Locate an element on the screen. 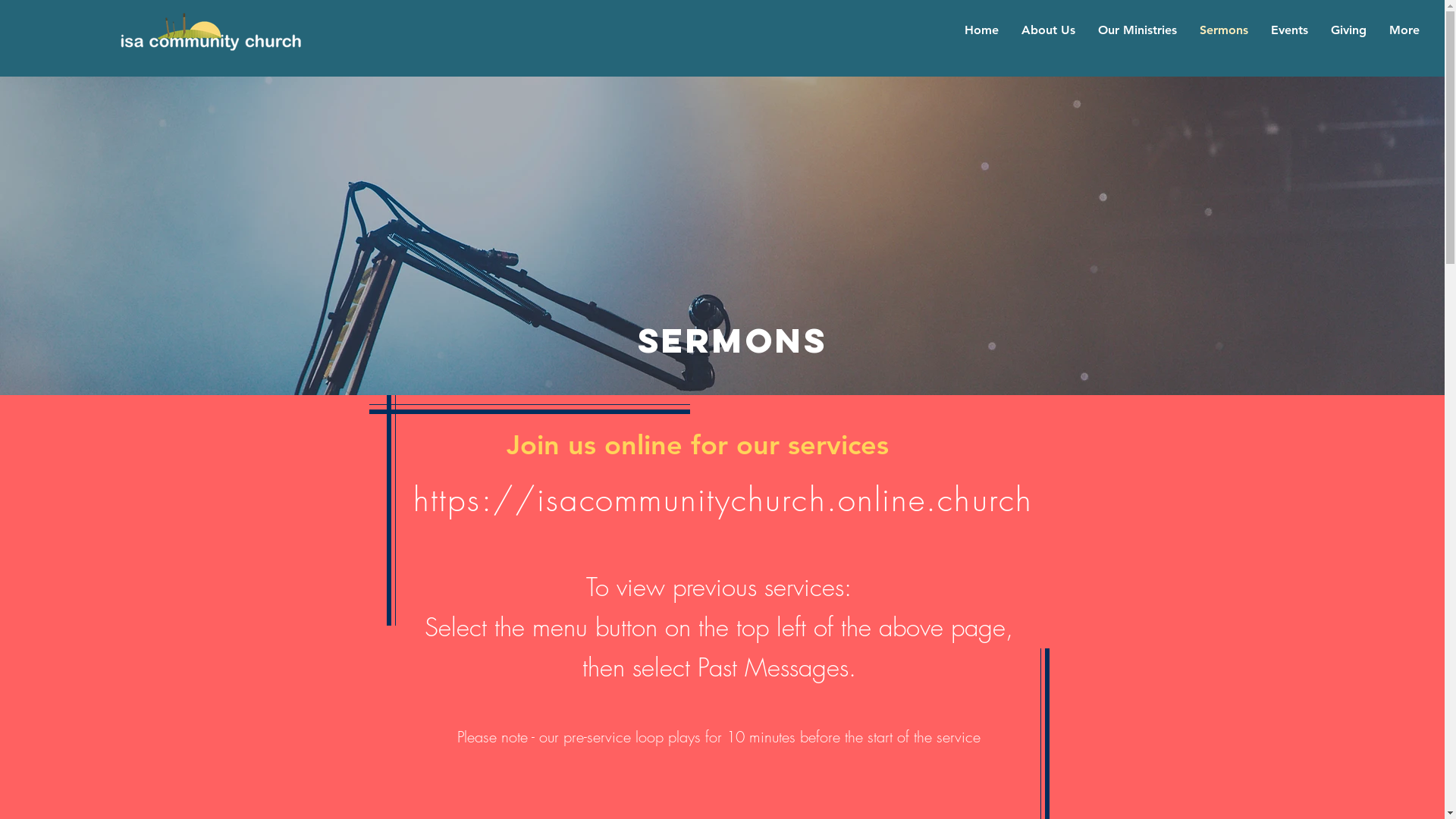 This screenshot has width=1456, height=819. 'Sermons' is located at coordinates (1222, 30).